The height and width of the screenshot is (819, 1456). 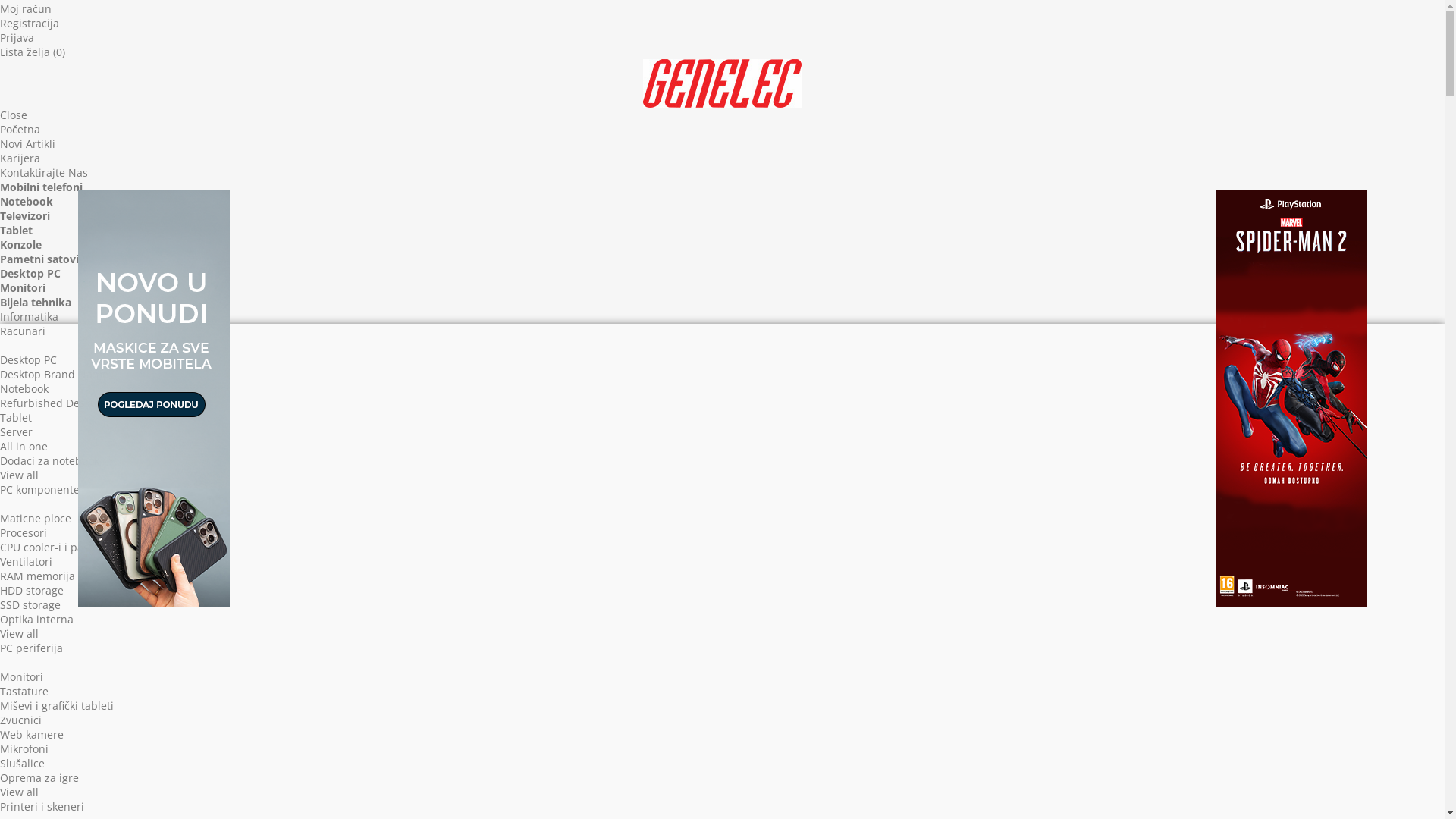 What do you see at coordinates (0, 330) in the screenshot?
I see `'Racunari'` at bounding box center [0, 330].